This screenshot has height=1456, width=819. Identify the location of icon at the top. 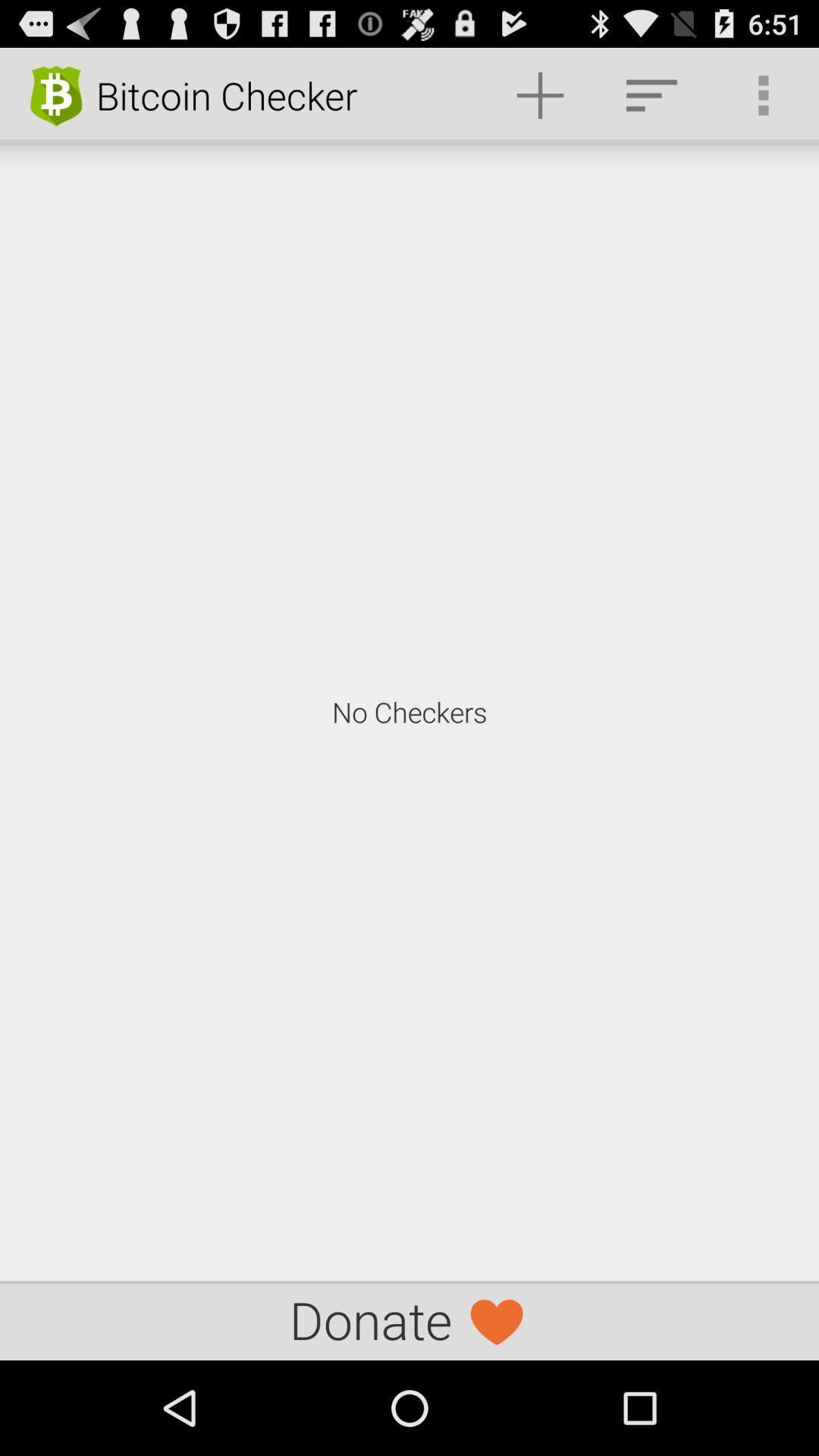
(539, 94).